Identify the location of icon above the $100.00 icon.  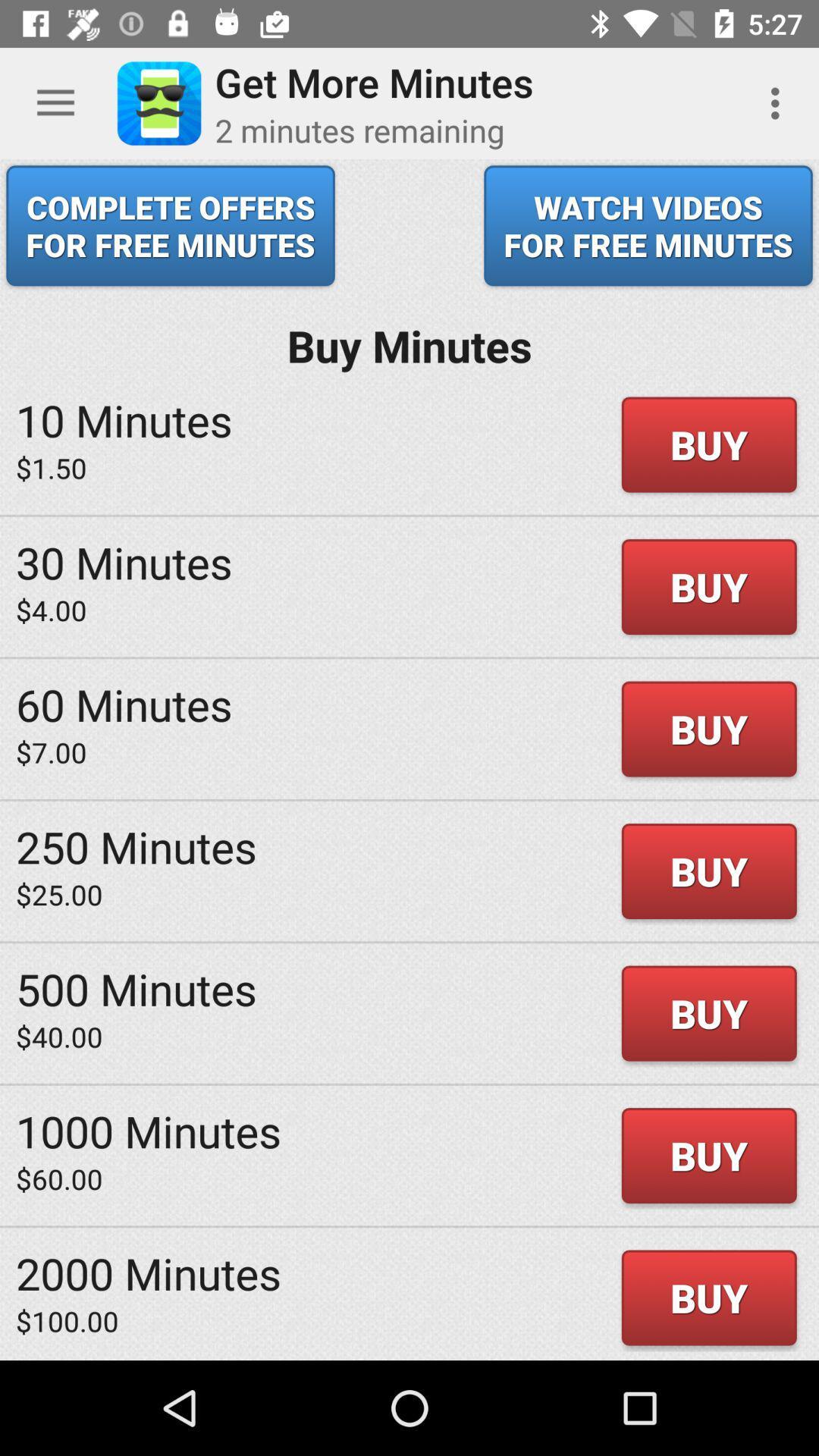
(149, 1272).